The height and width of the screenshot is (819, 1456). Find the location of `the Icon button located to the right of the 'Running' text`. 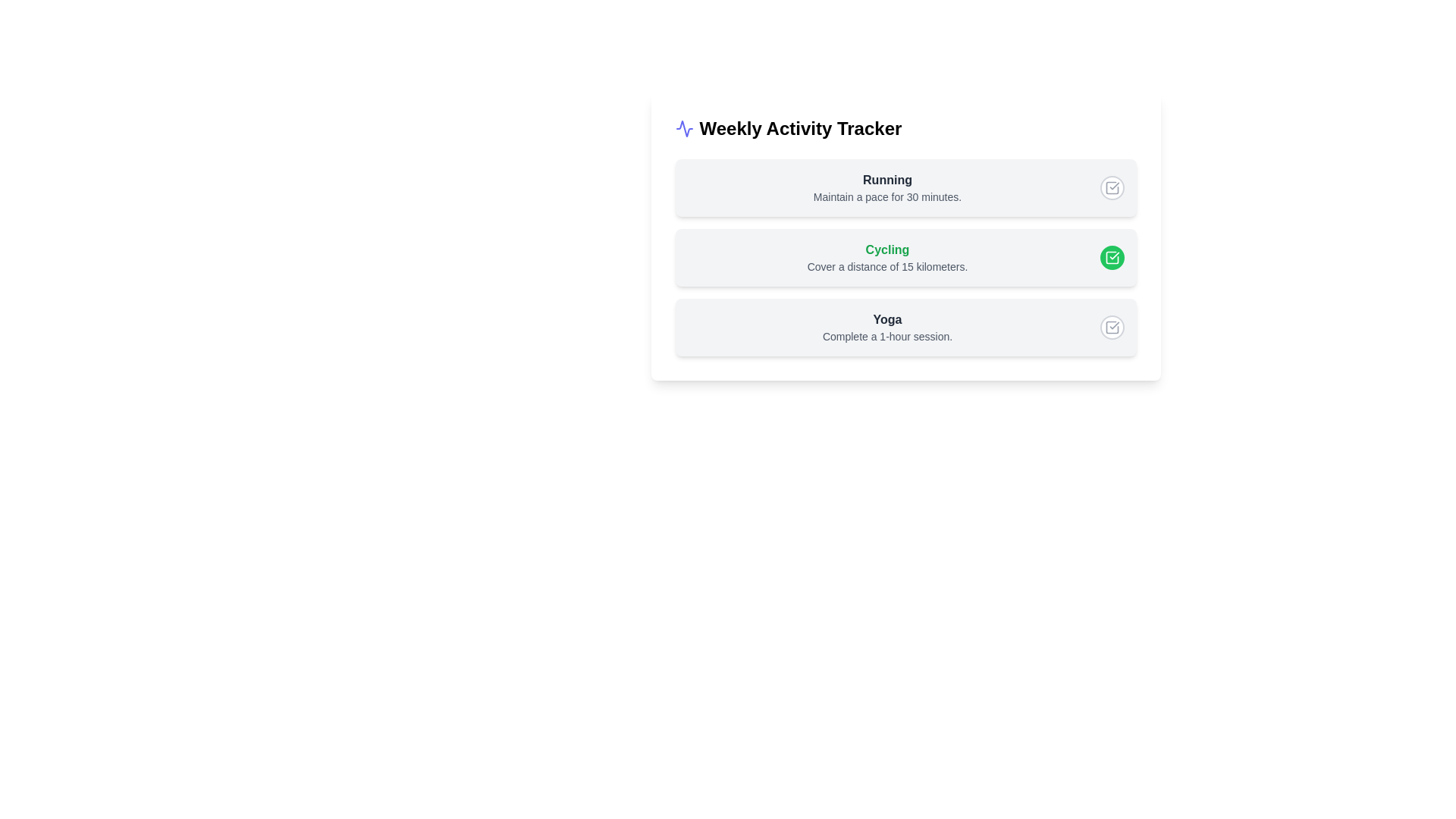

the Icon button located to the right of the 'Running' text is located at coordinates (1112, 187).